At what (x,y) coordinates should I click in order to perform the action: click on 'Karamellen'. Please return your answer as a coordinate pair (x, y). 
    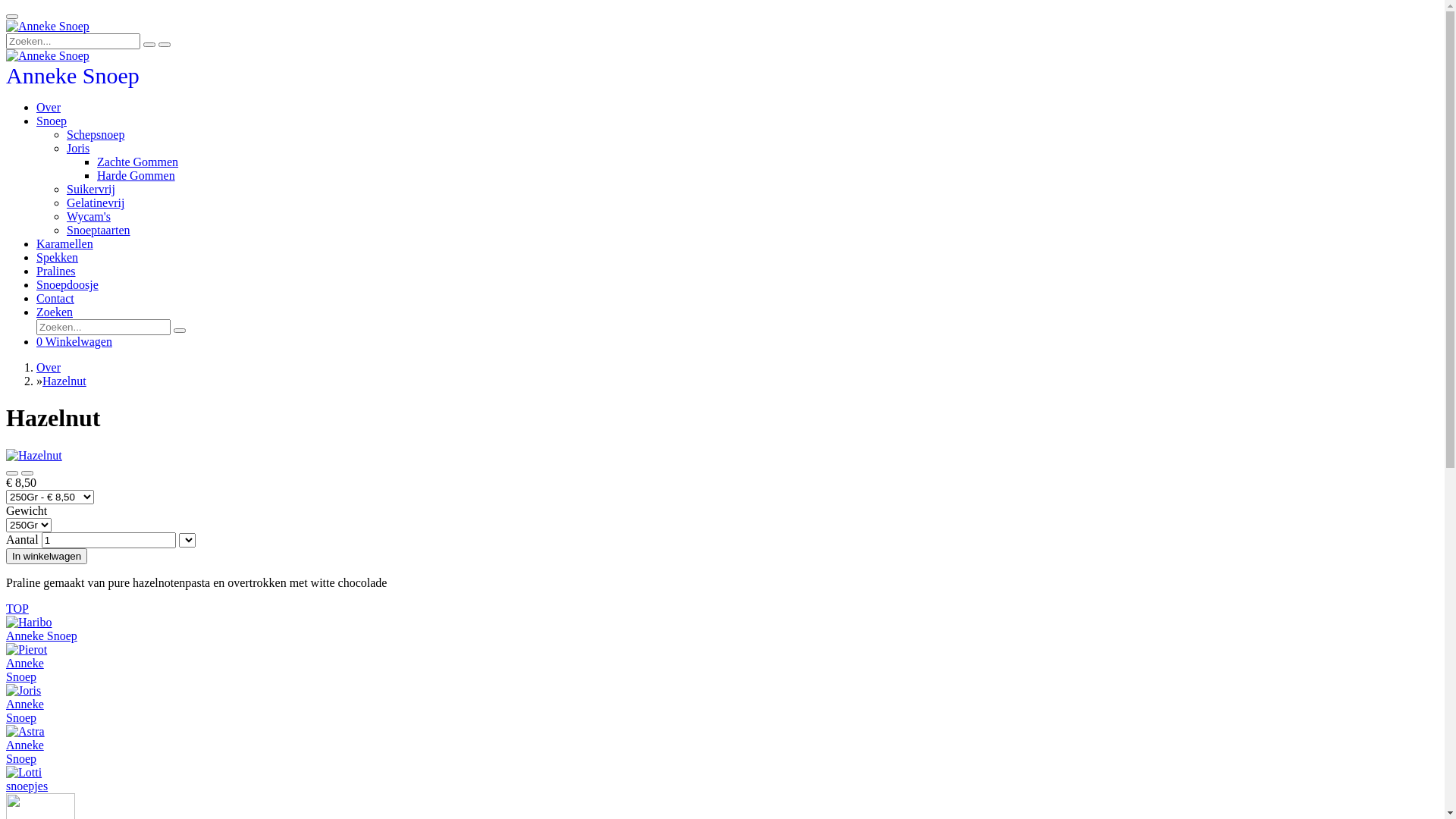
    Looking at the image, I should click on (64, 243).